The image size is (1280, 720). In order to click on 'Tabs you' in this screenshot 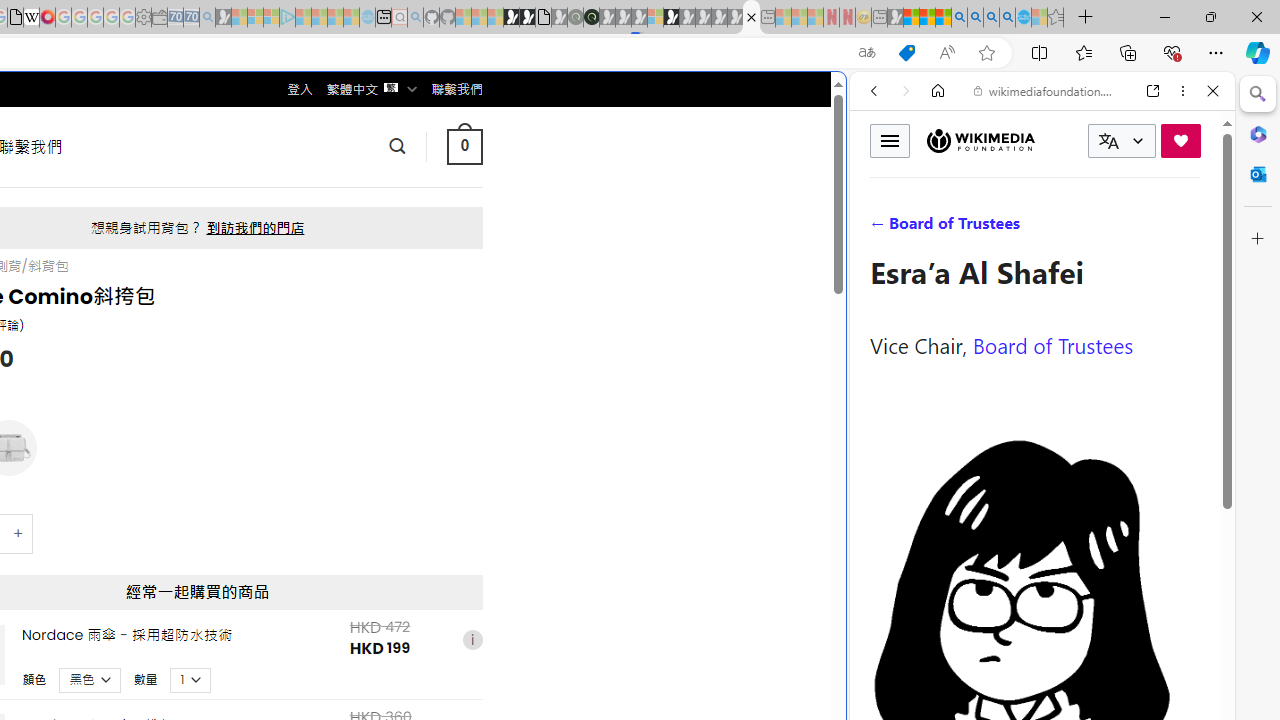, I will do `click(276, 265)`.